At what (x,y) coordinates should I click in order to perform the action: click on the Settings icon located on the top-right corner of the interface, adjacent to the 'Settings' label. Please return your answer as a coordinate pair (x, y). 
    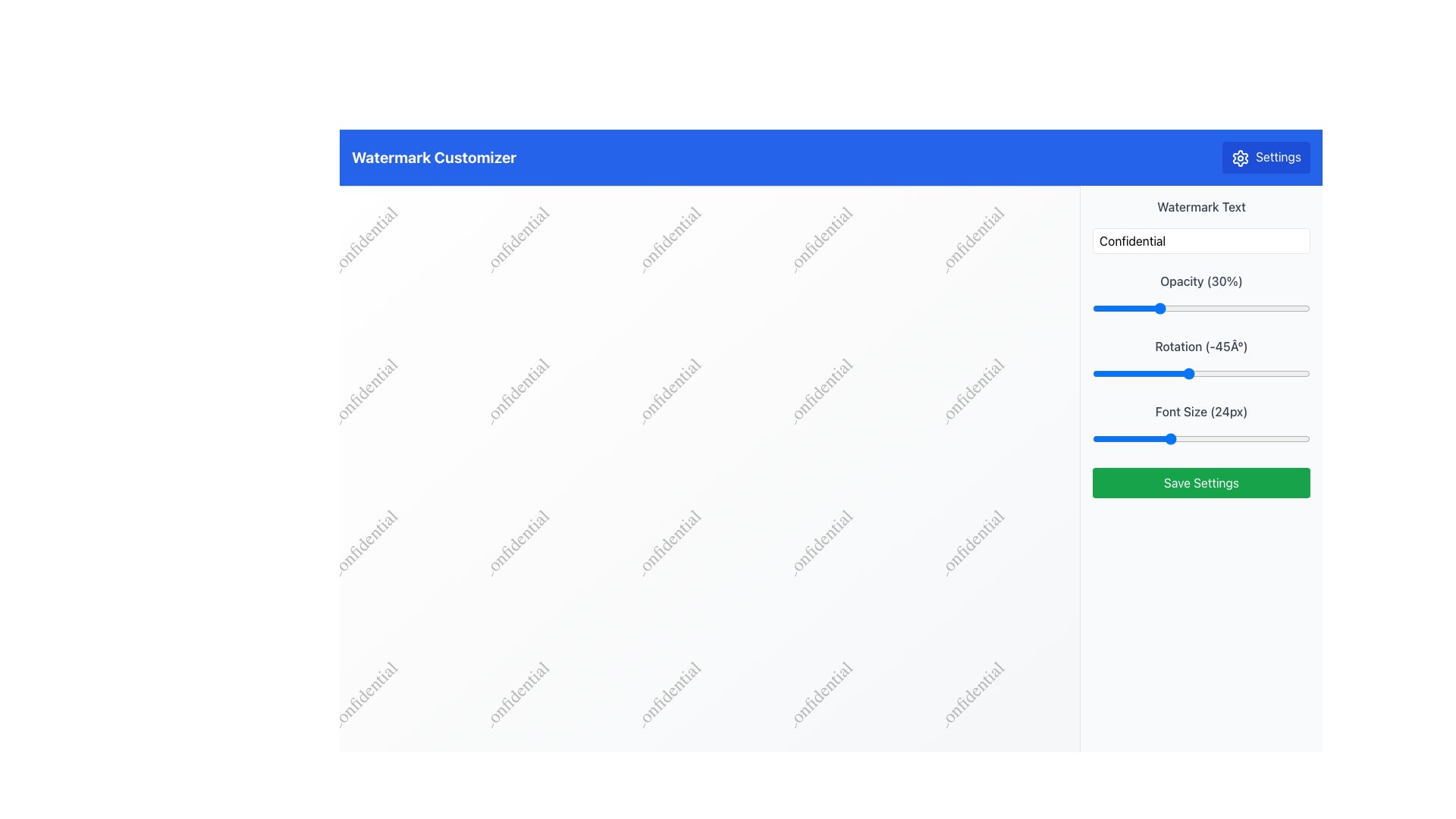
    Looking at the image, I should click on (1241, 158).